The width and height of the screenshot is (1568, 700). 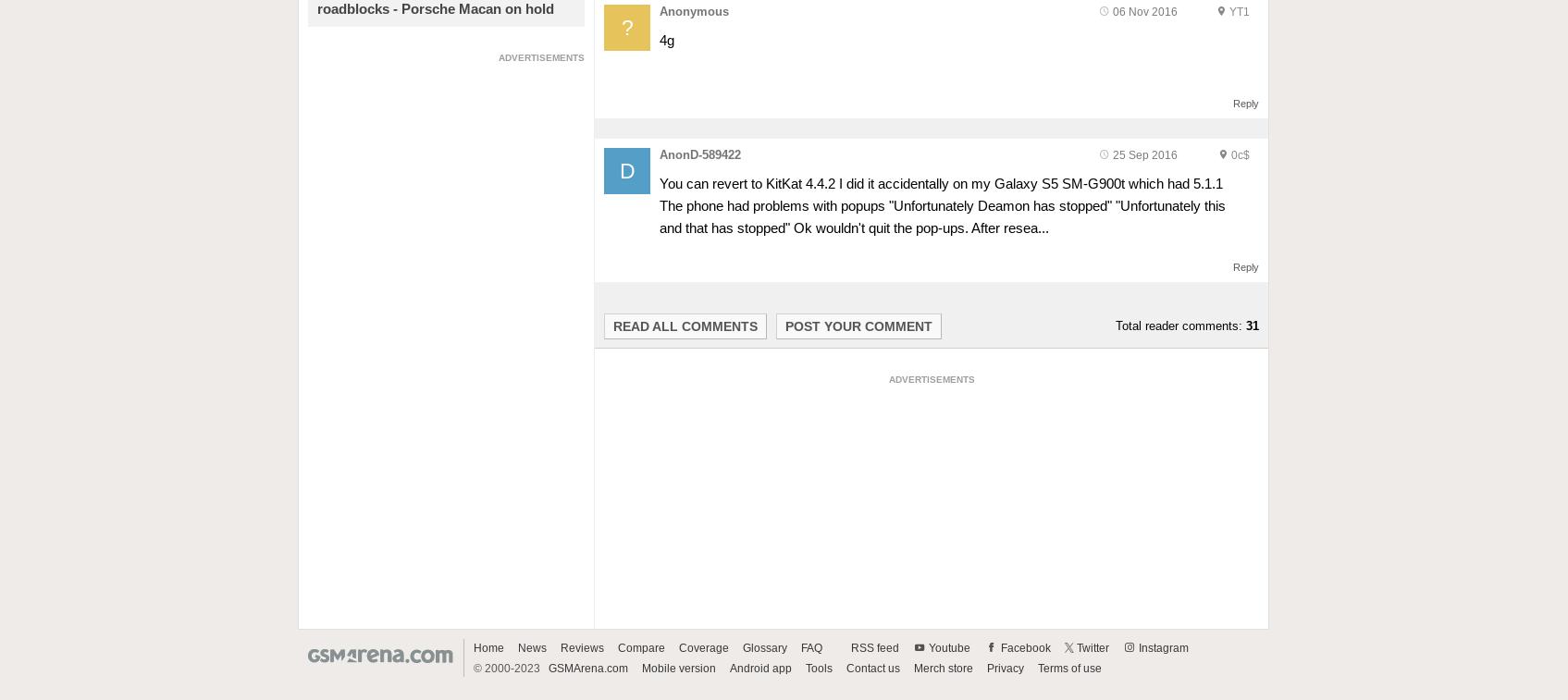 What do you see at coordinates (1229, 11) in the screenshot?
I see `'YT1'` at bounding box center [1229, 11].